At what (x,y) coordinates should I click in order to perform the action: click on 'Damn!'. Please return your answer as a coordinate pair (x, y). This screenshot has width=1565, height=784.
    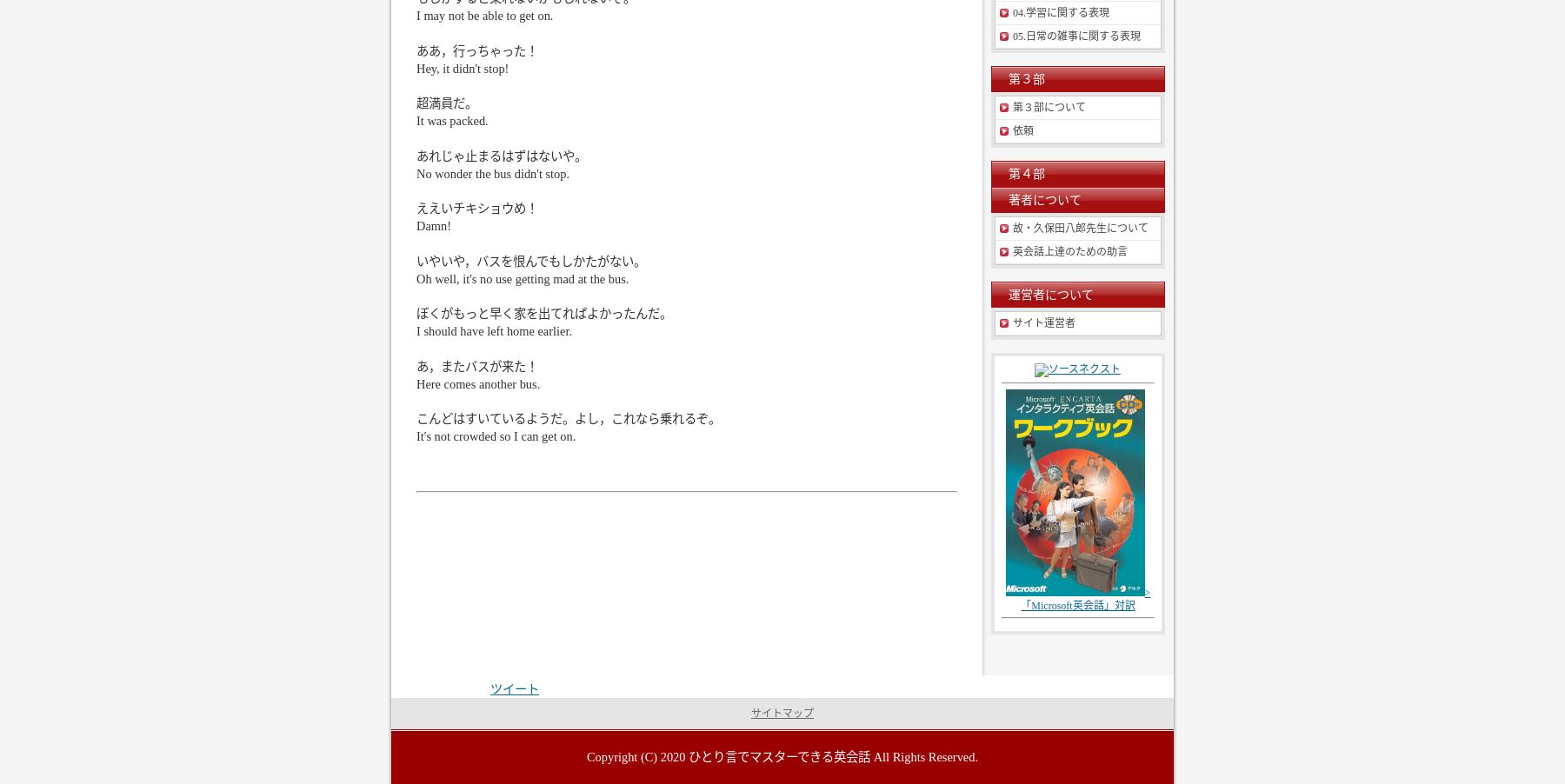
    Looking at the image, I should click on (415, 225).